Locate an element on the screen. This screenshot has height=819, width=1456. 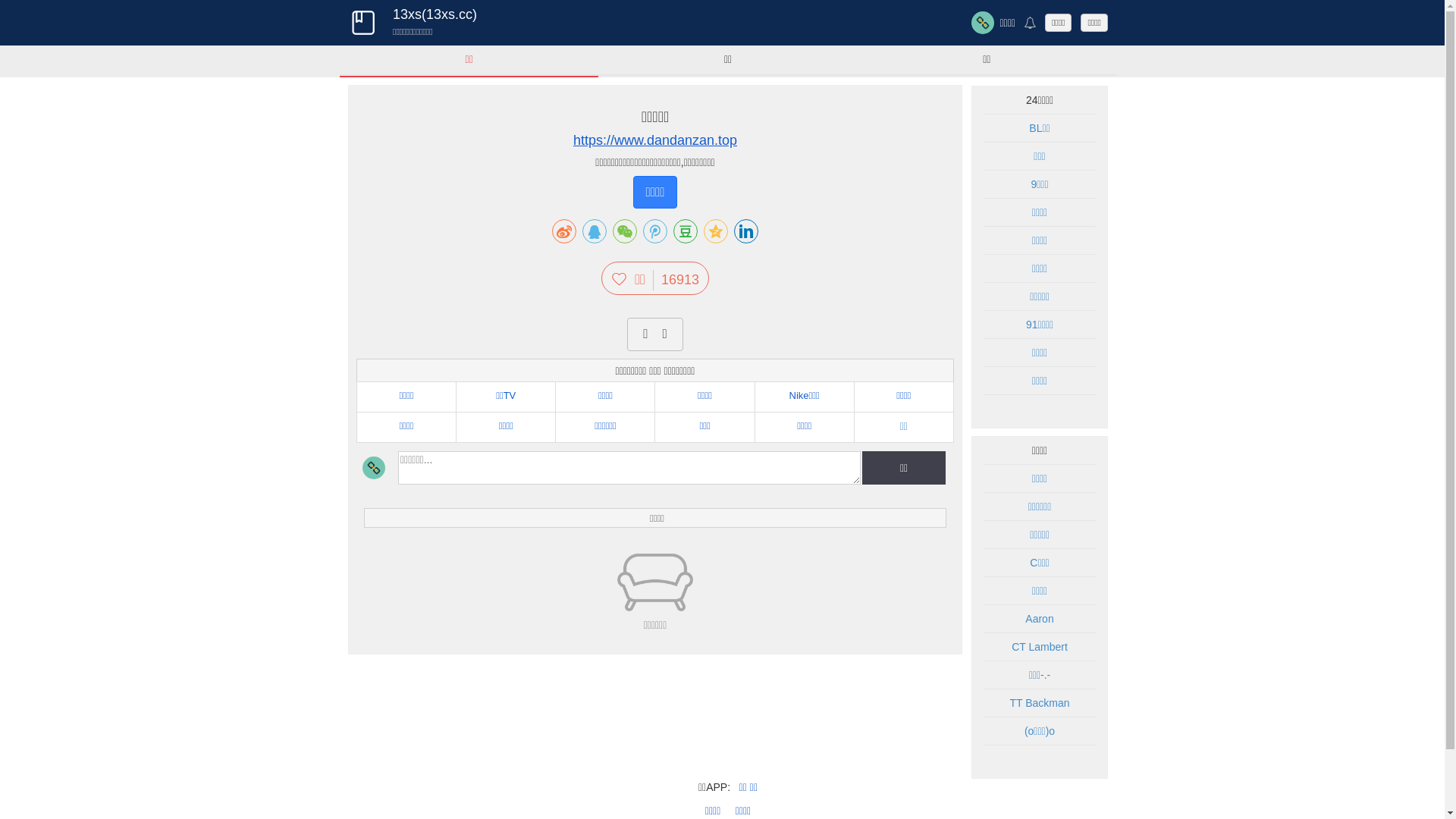
'13xs(13xs.cc)' is located at coordinates (434, 14).